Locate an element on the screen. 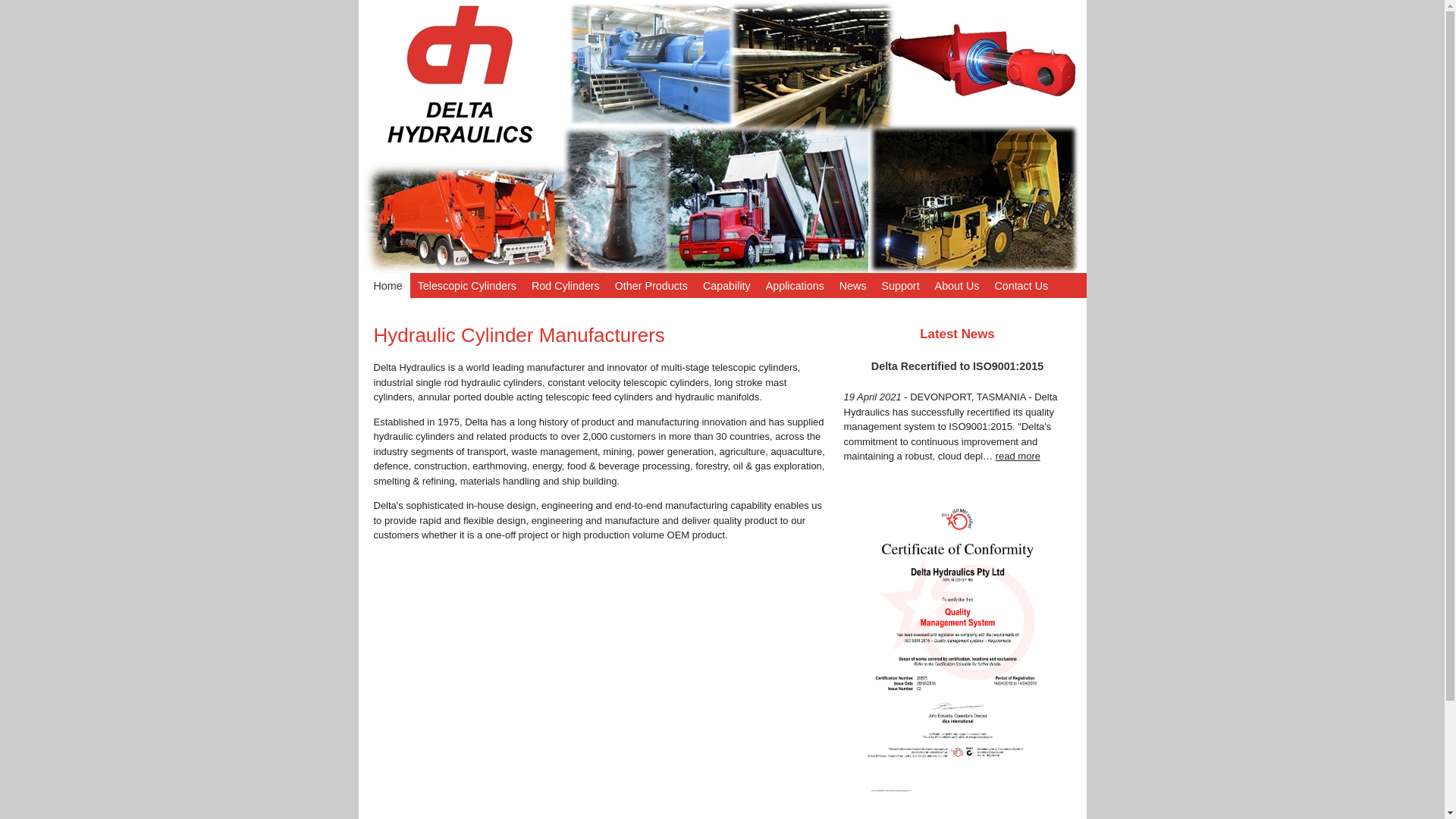  'Capability' is located at coordinates (726, 285).